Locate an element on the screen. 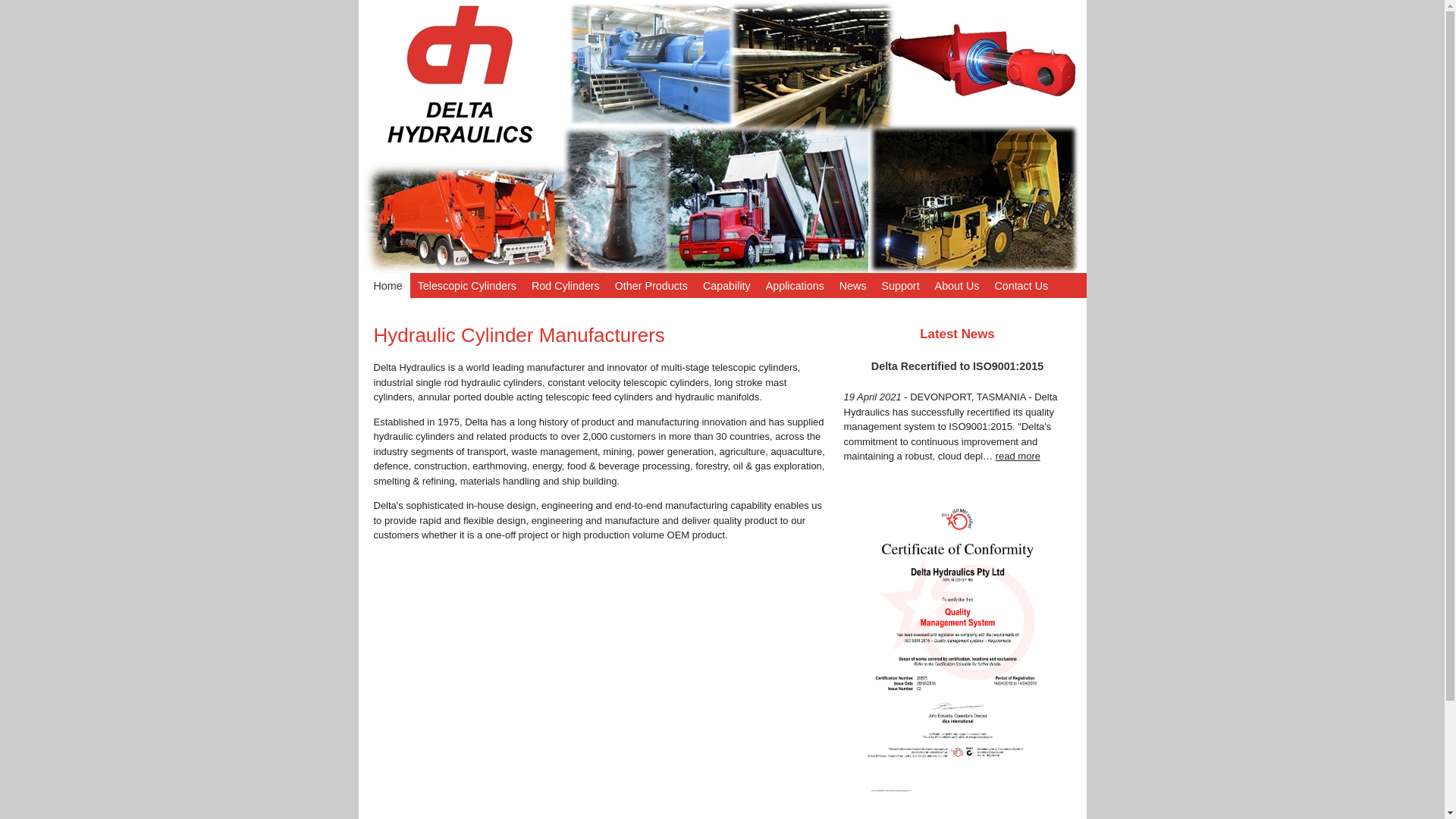  'Capability' is located at coordinates (726, 285).